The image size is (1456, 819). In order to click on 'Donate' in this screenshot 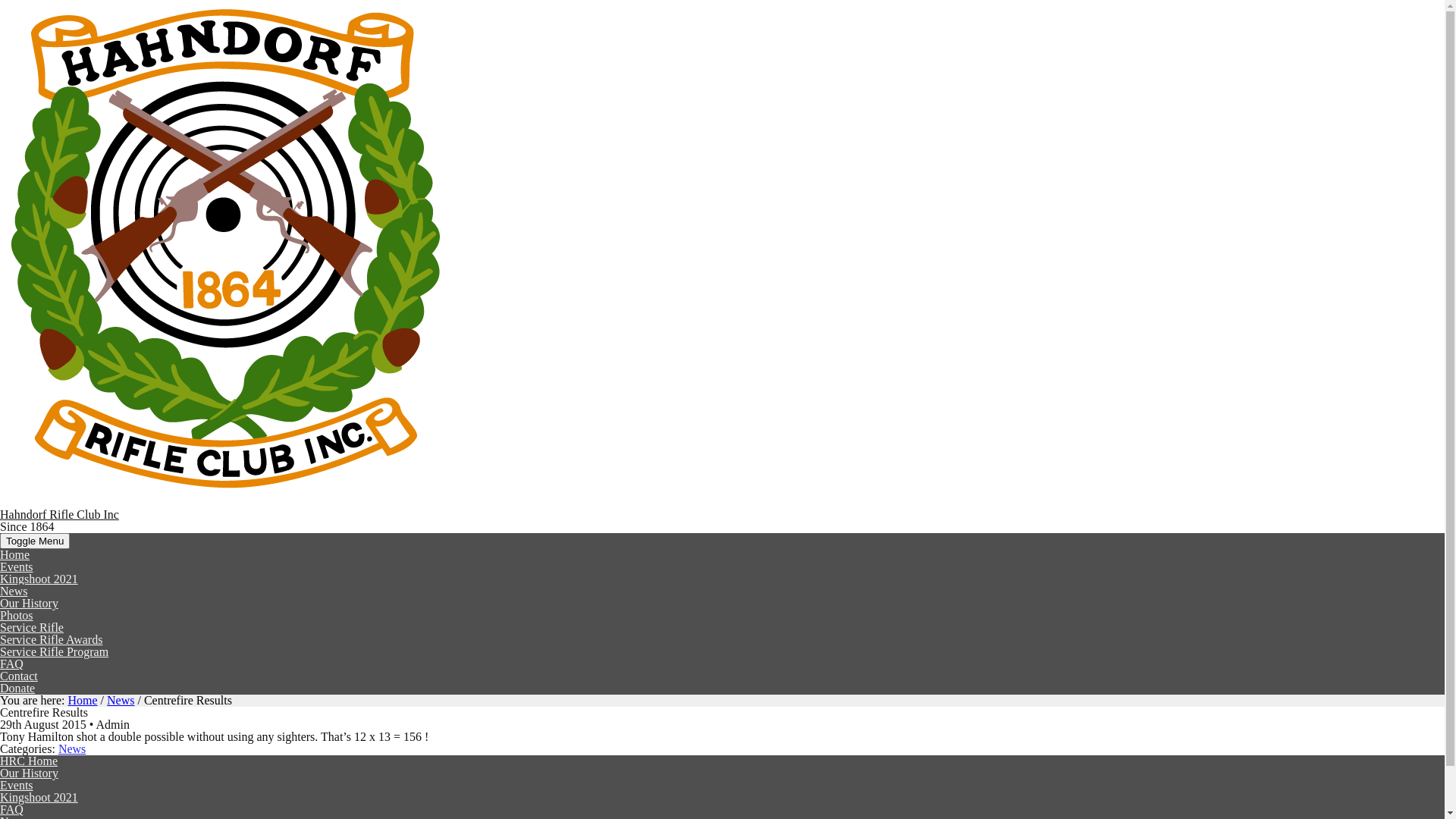, I will do `click(17, 688)`.